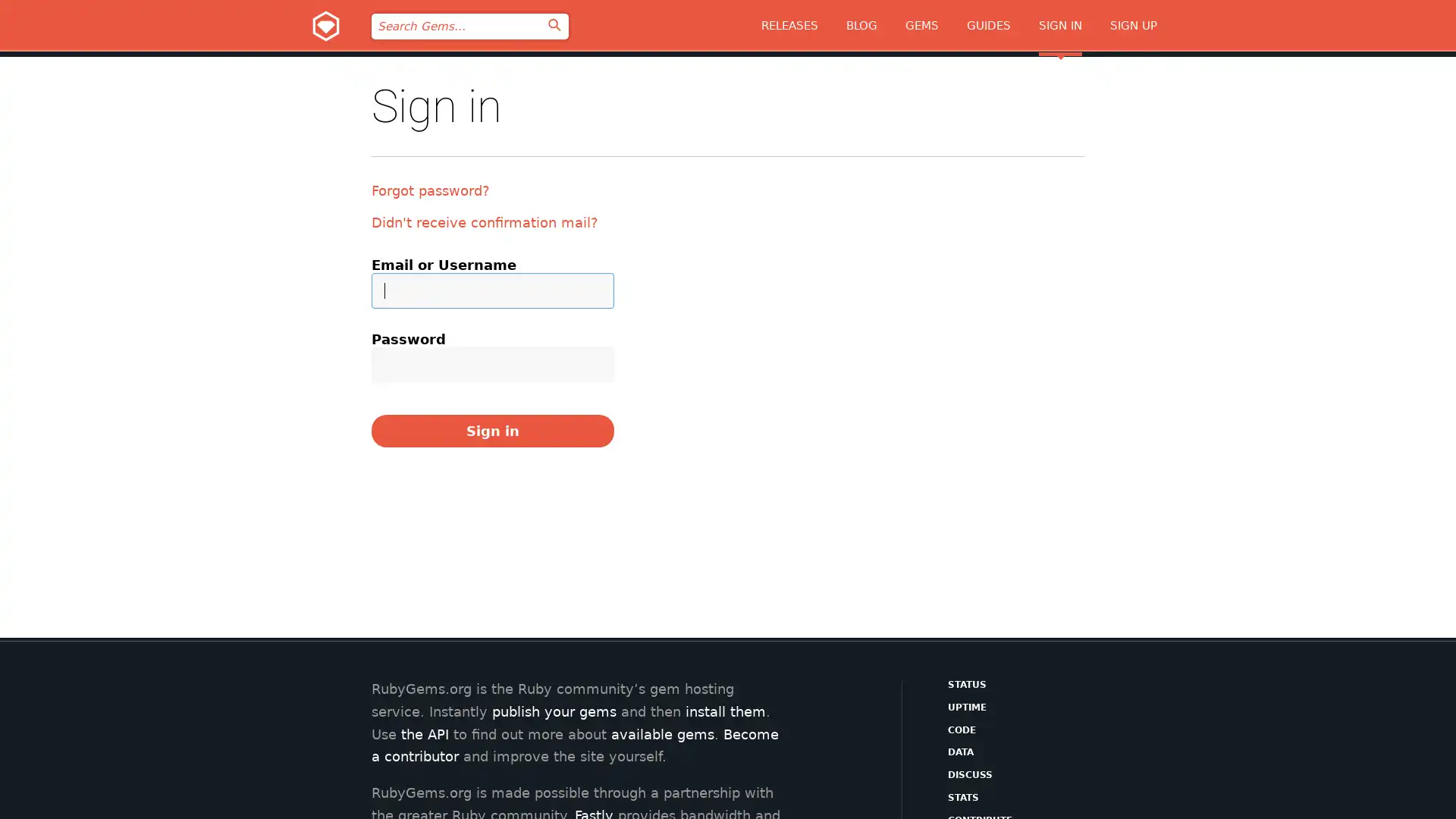 The height and width of the screenshot is (819, 1456). Describe the element at coordinates (492, 430) in the screenshot. I see `Sign in` at that location.